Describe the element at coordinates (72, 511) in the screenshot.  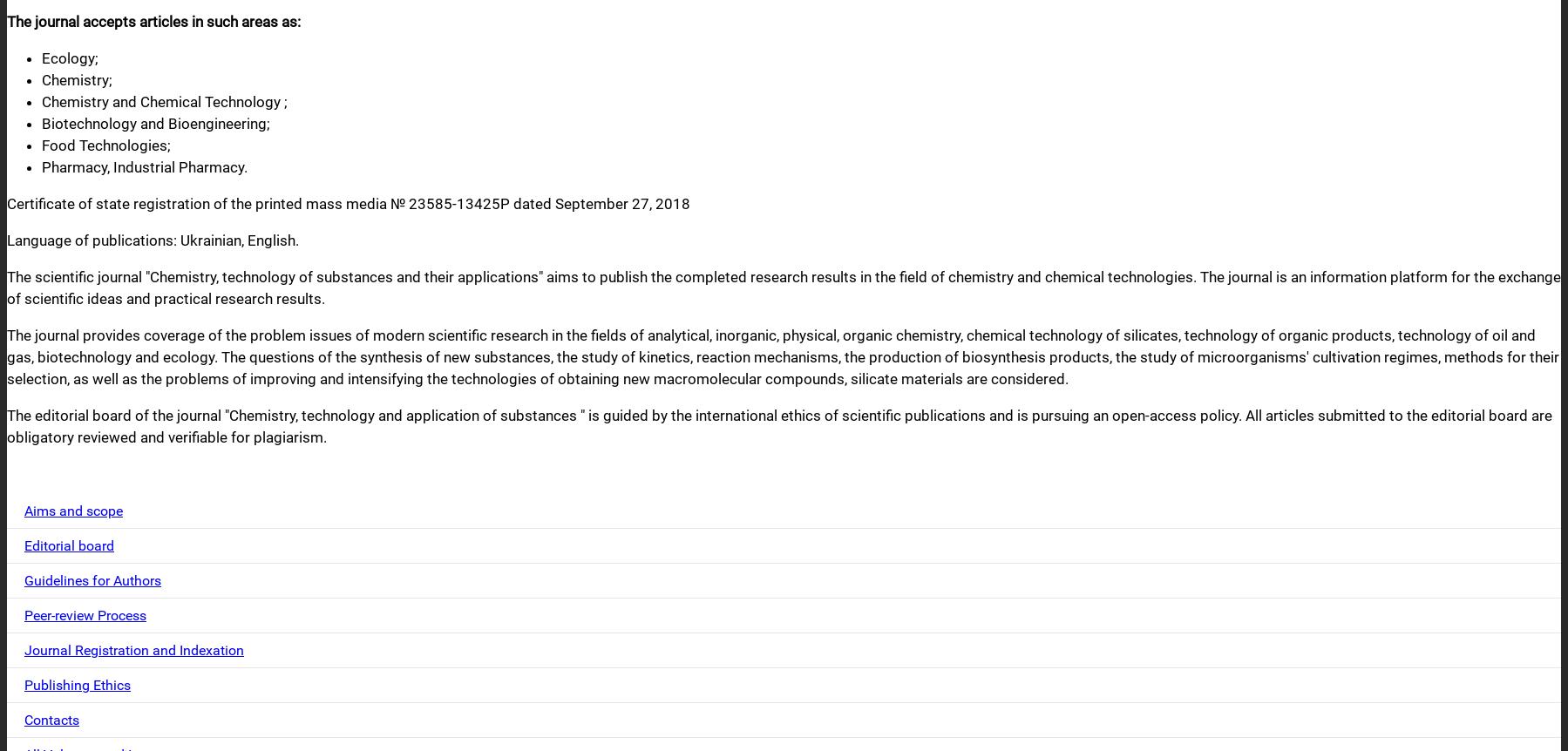
I see `'Aims and scope'` at that location.